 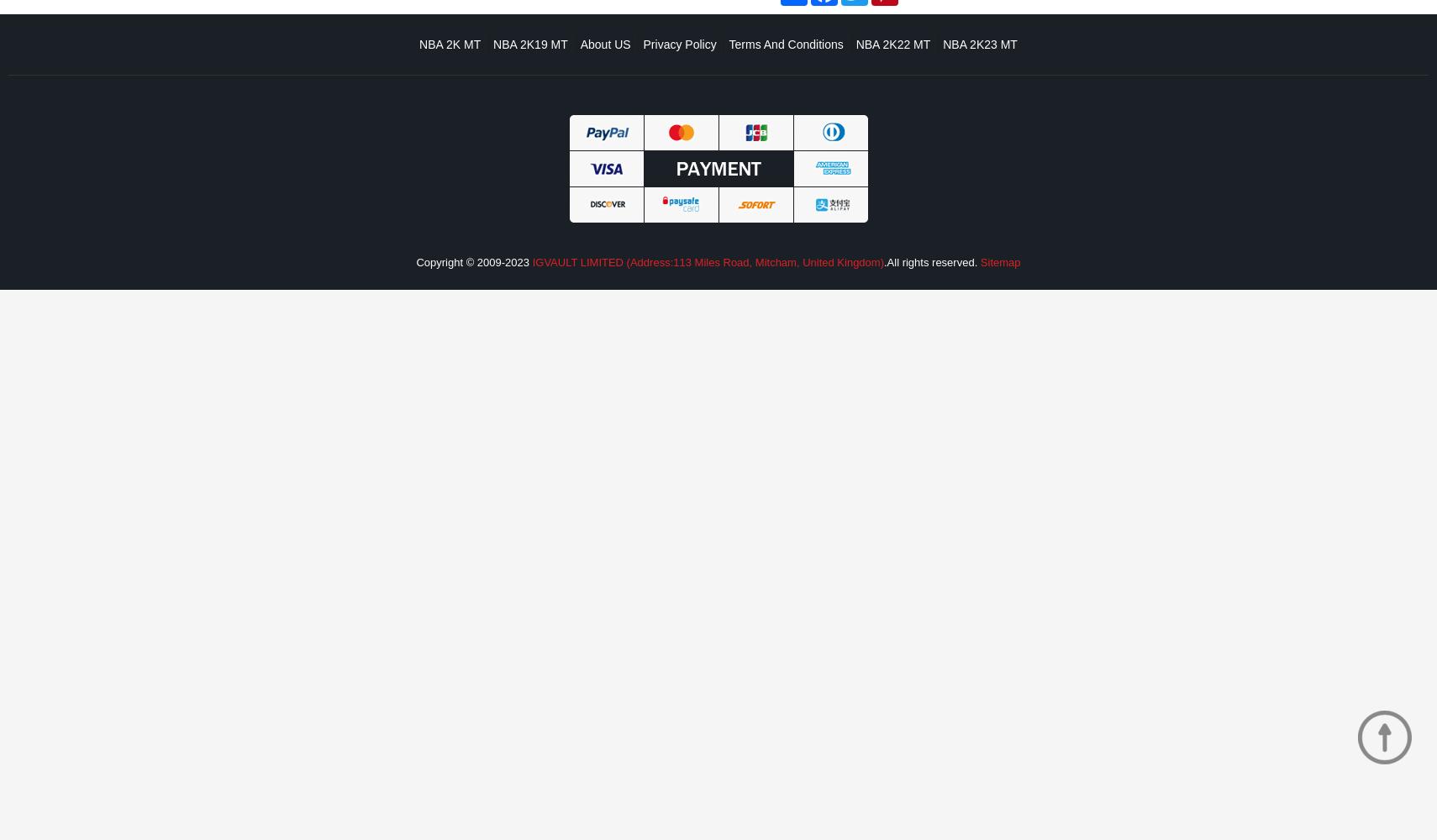 What do you see at coordinates (450, 45) in the screenshot?
I see `'NBA 2K MT'` at bounding box center [450, 45].